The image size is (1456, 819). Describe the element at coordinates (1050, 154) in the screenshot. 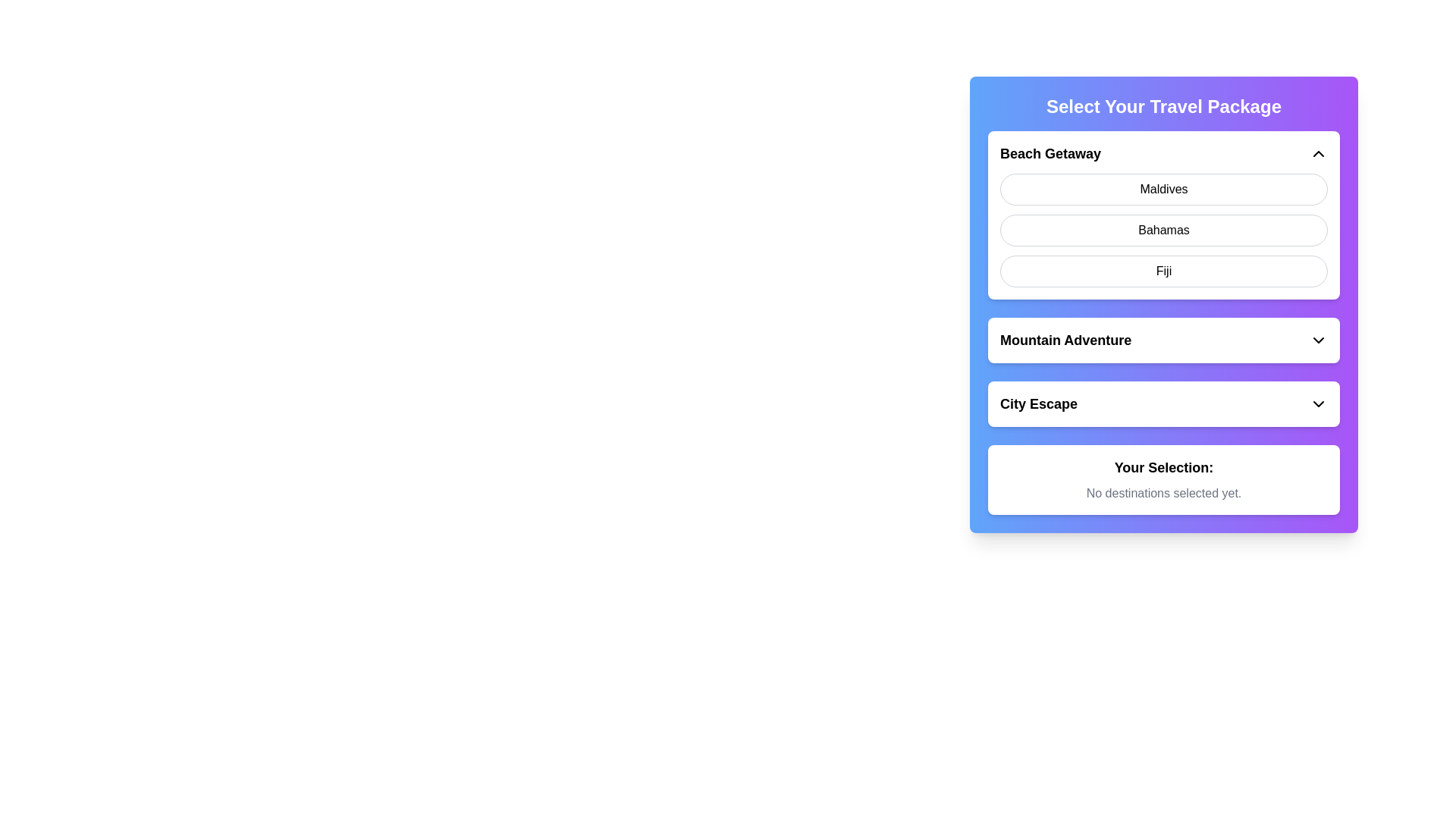

I see `the text label for the 'Beach Getaway' travel package located at the top-left corner of the travel package selection panel` at that location.